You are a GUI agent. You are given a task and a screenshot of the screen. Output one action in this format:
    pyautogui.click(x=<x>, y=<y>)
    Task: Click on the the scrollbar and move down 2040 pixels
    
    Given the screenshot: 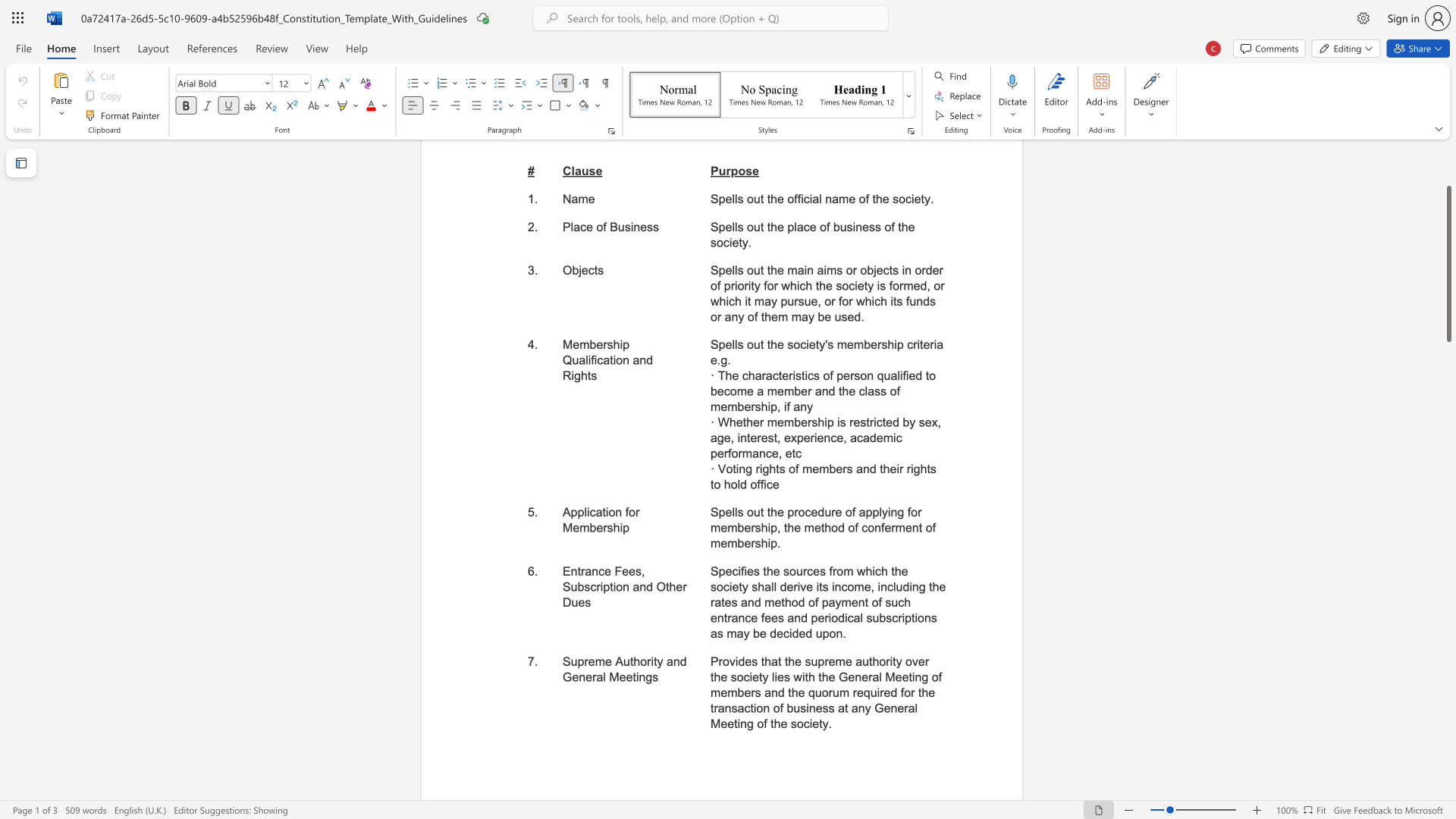 What is the action you would take?
    pyautogui.click(x=1448, y=263)
    